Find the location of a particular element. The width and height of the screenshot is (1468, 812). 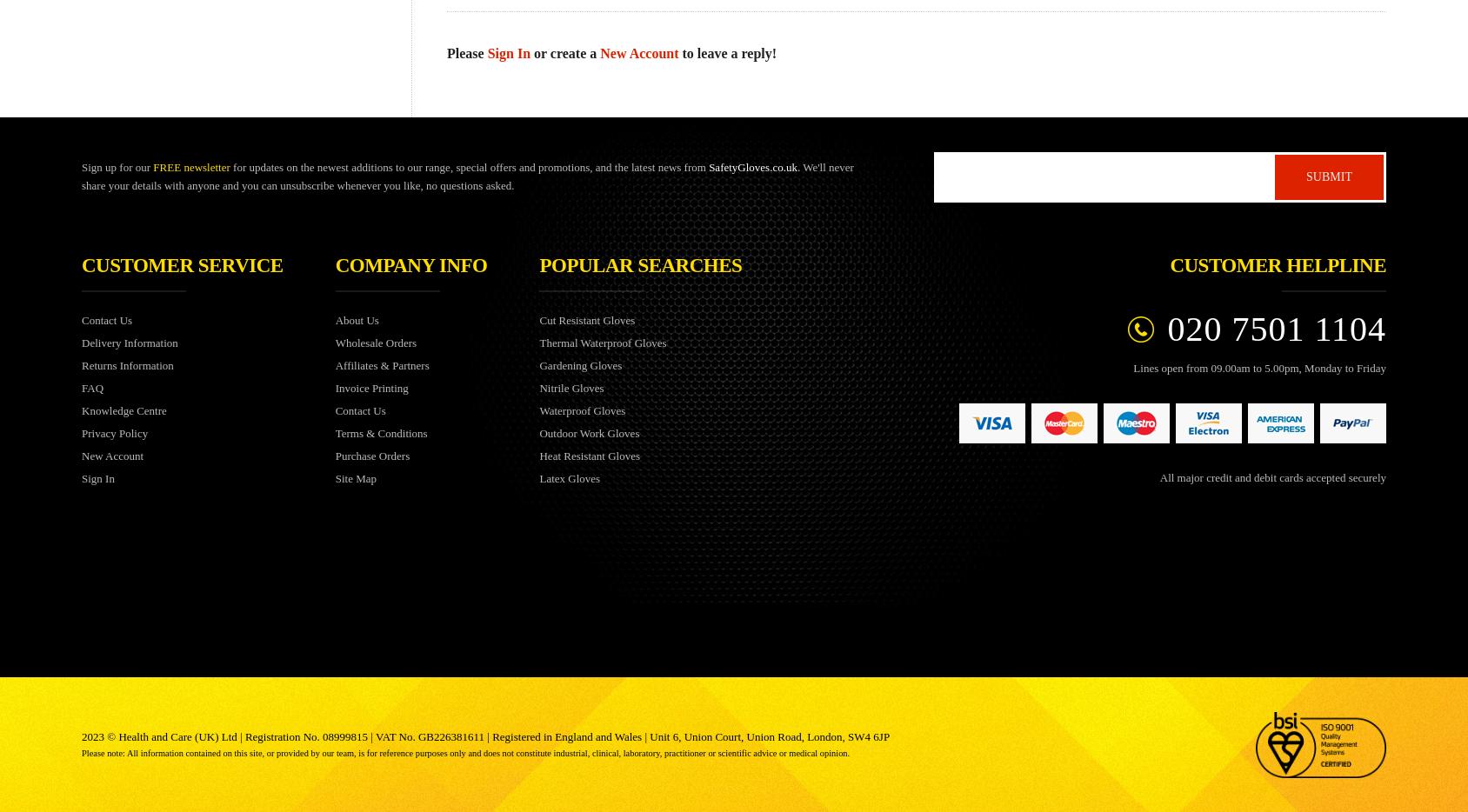

'All major credit and debit cards accepted securely' is located at coordinates (1272, 477).